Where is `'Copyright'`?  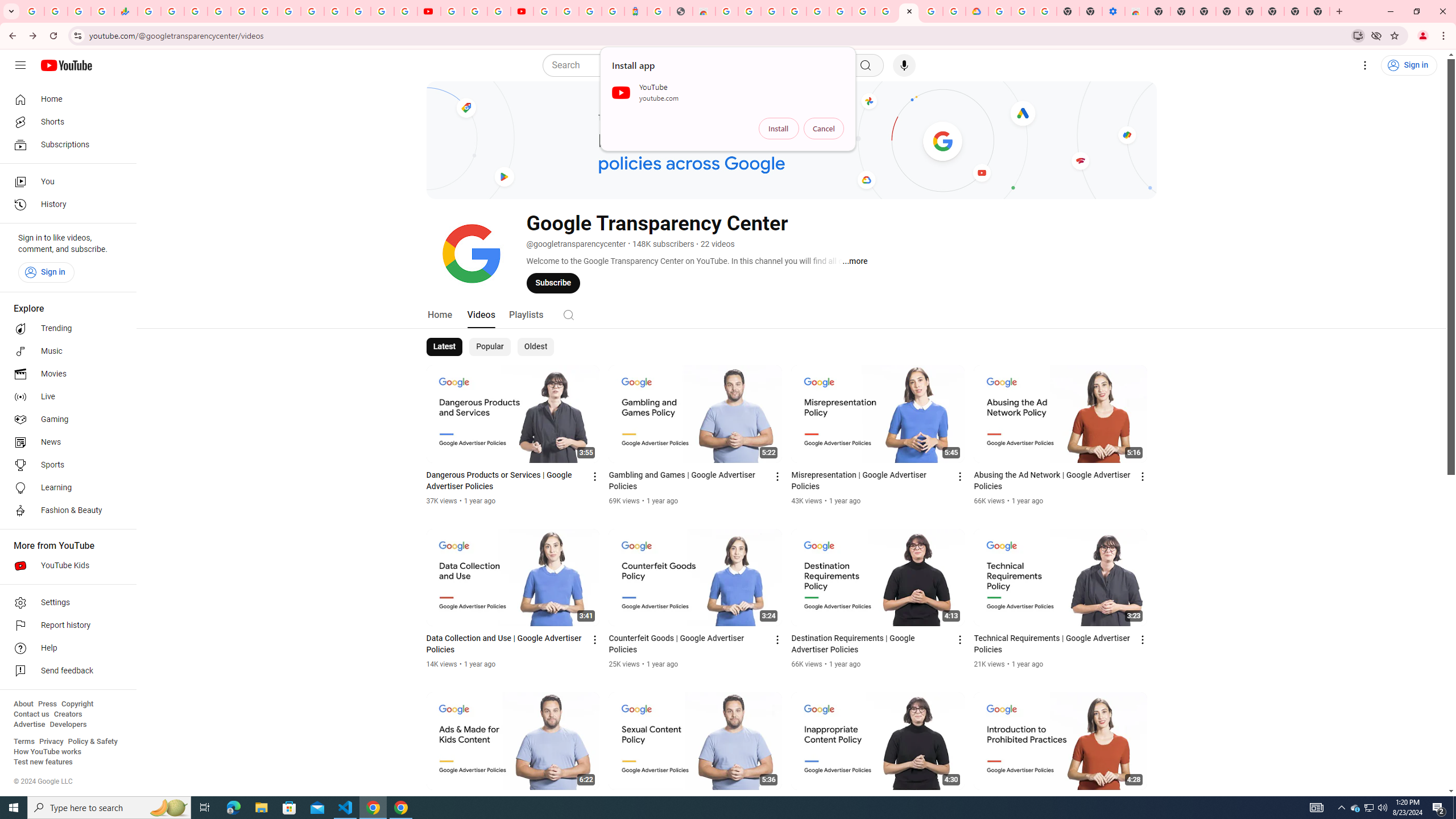 'Copyright' is located at coordinates (76, 704).